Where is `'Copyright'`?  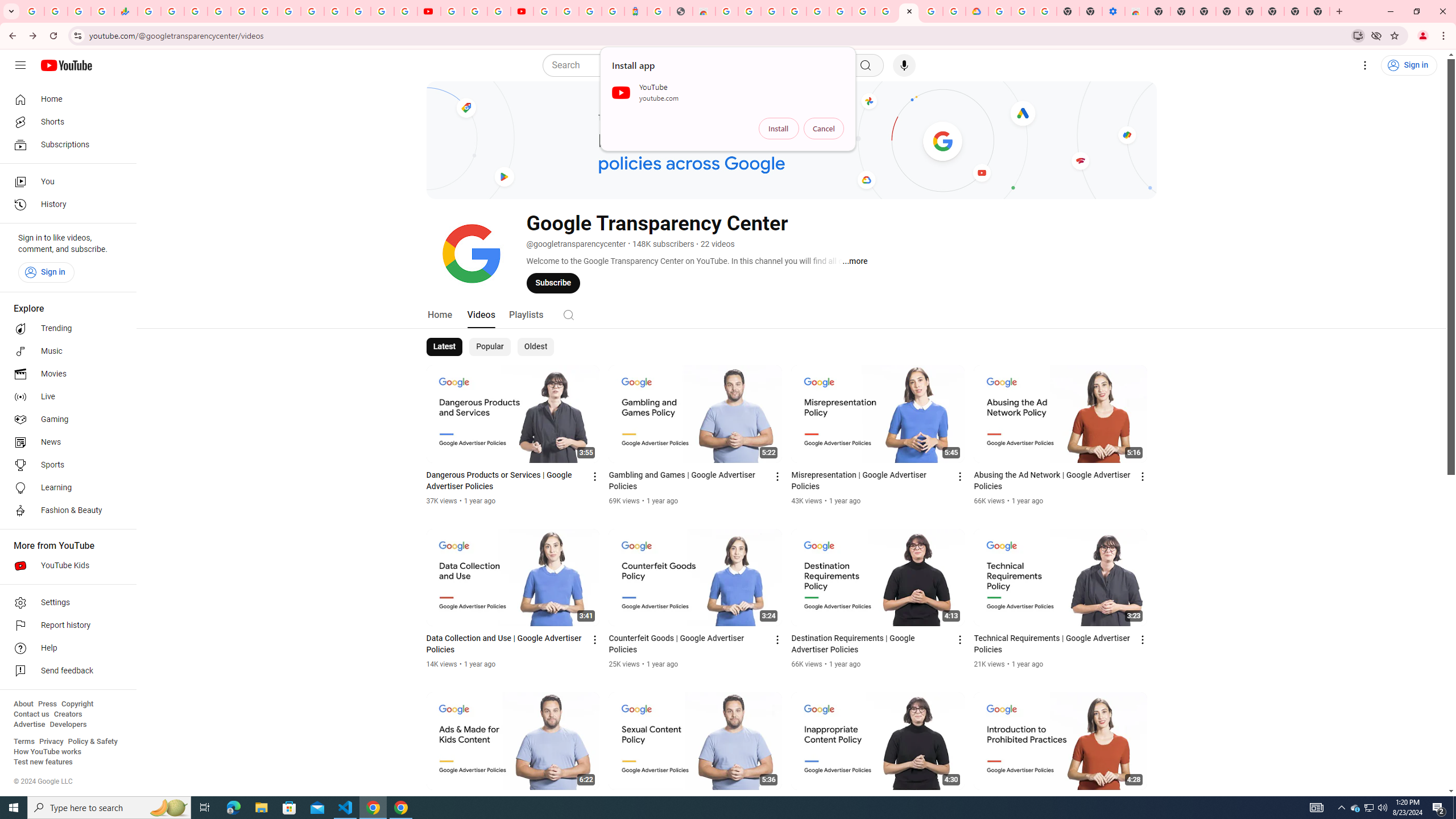 'Copyright' is located at coordinates (76, 704).